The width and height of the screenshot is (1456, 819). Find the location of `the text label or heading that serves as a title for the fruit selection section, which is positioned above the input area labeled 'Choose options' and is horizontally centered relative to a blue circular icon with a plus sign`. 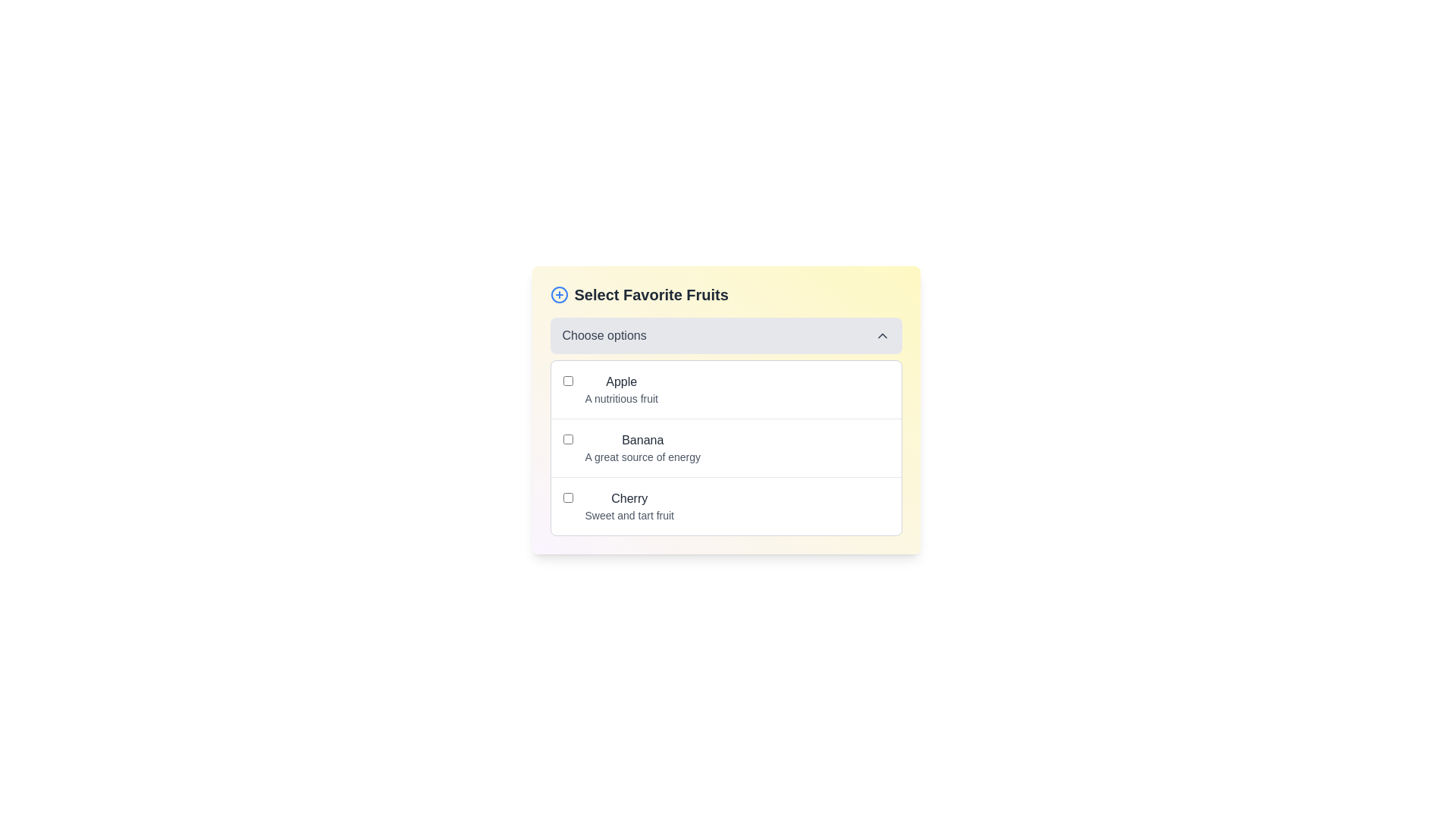

the text label or heading that serves as a title for the fruit selection section, which is positioned above the input area labeled 'Choose options' and is horizontally centered relative to a blue circular icon with a plus sign is located at coordinates (651, 295).